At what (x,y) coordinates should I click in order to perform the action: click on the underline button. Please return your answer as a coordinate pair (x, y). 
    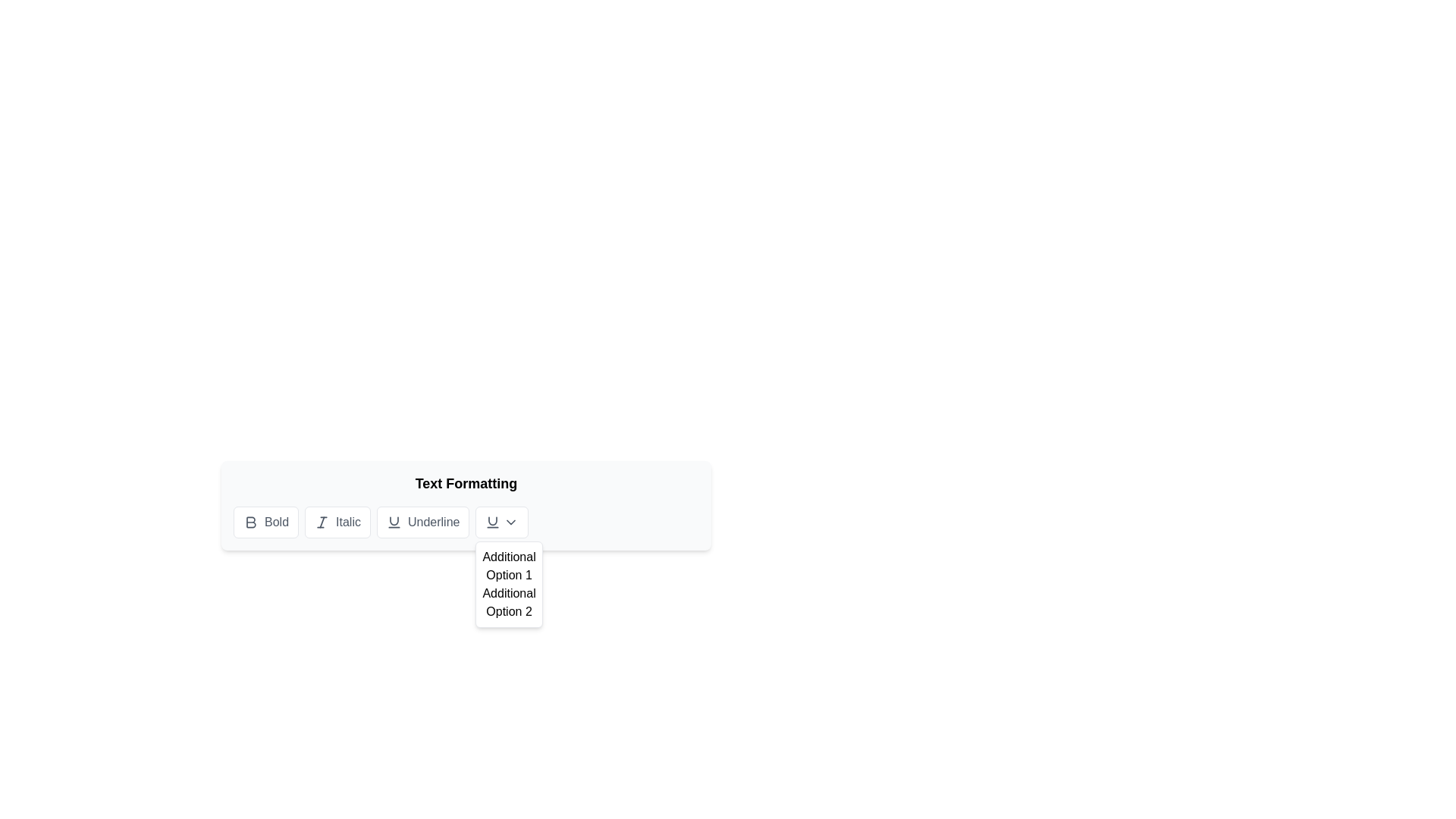
    Looking at the image, I should click on (423, 522).